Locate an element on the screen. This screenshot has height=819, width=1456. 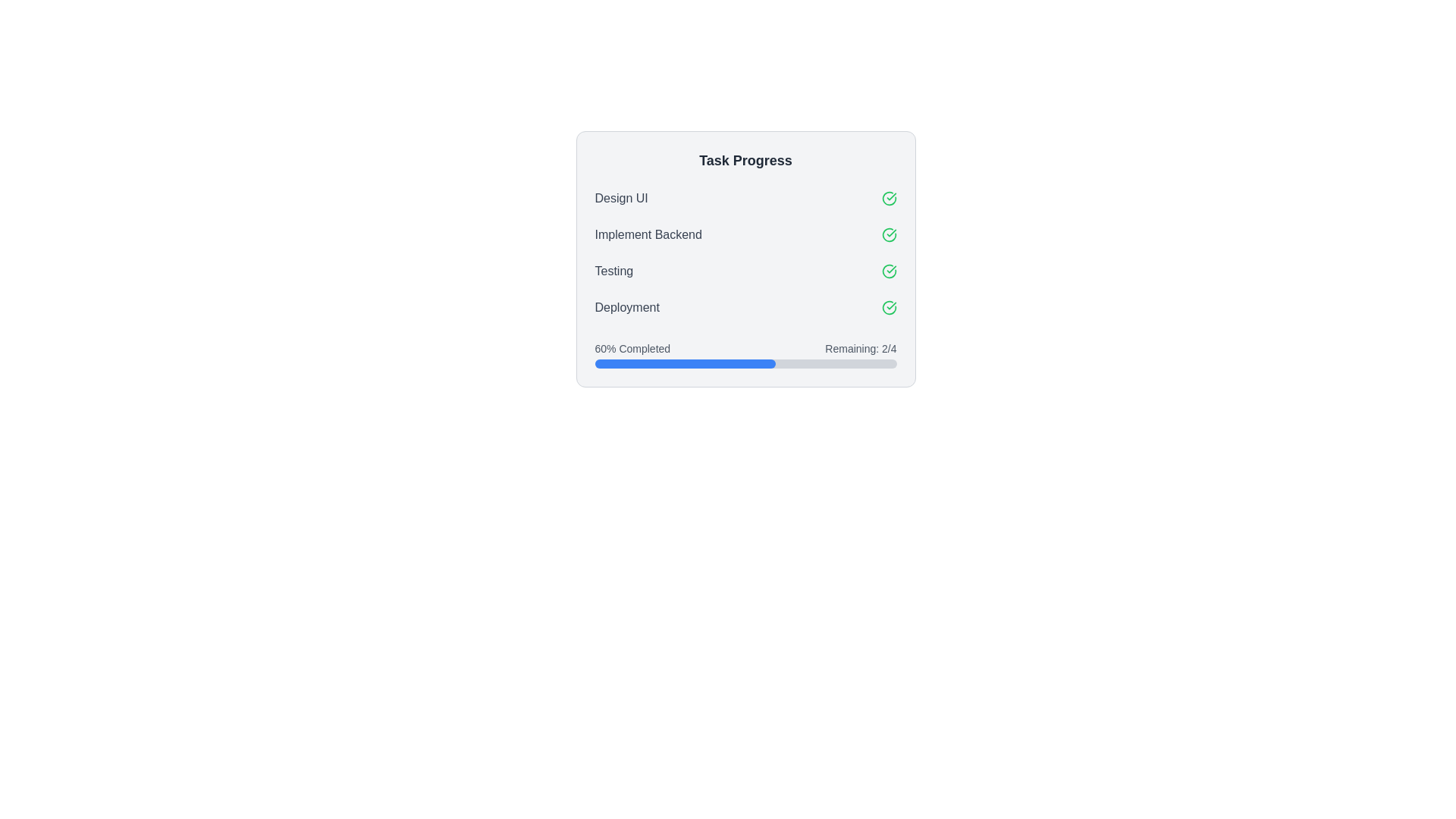
the second text label is located at coordinates (648, 234).